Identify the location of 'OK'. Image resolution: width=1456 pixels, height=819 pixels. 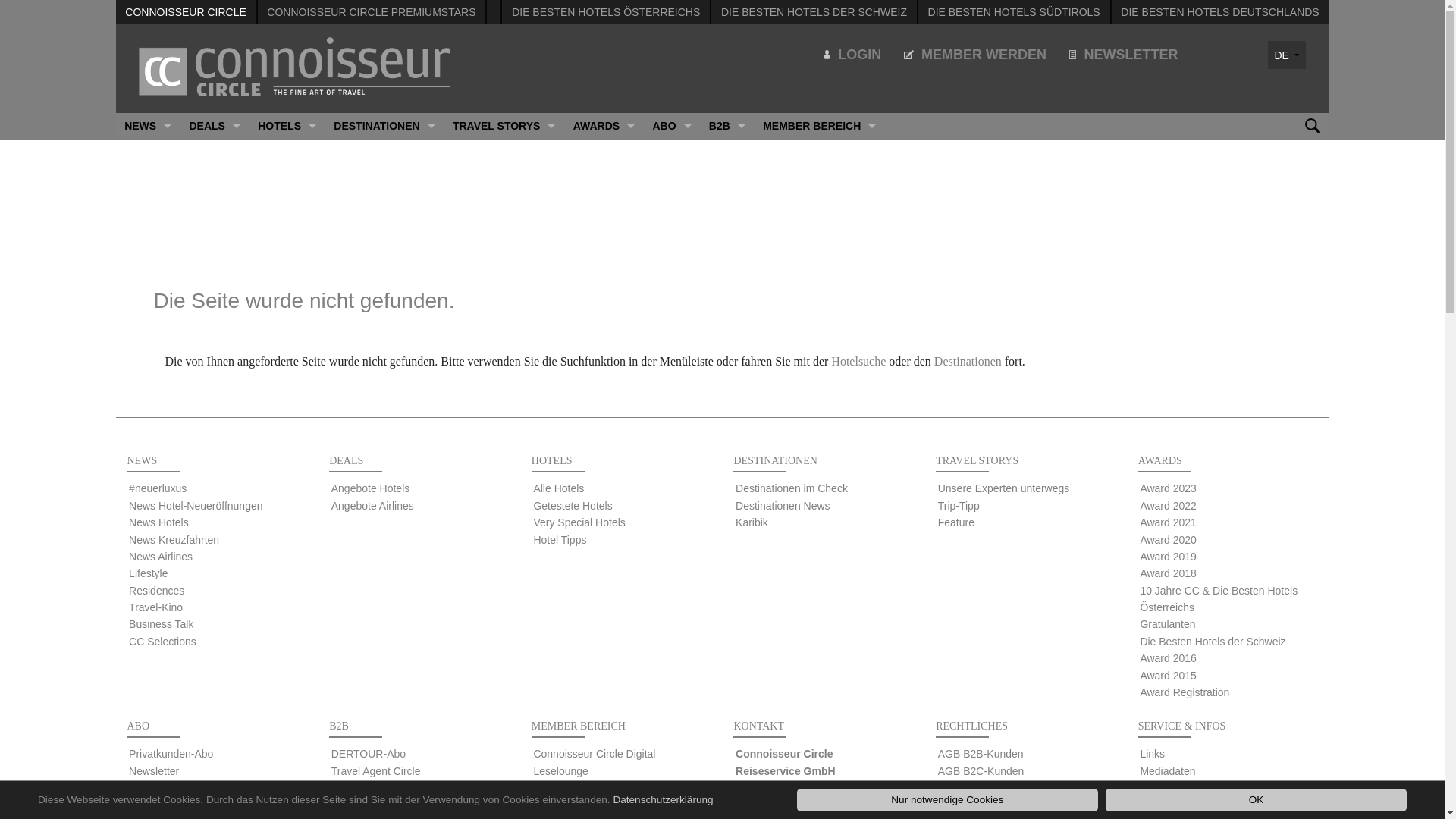
(1256, 799).